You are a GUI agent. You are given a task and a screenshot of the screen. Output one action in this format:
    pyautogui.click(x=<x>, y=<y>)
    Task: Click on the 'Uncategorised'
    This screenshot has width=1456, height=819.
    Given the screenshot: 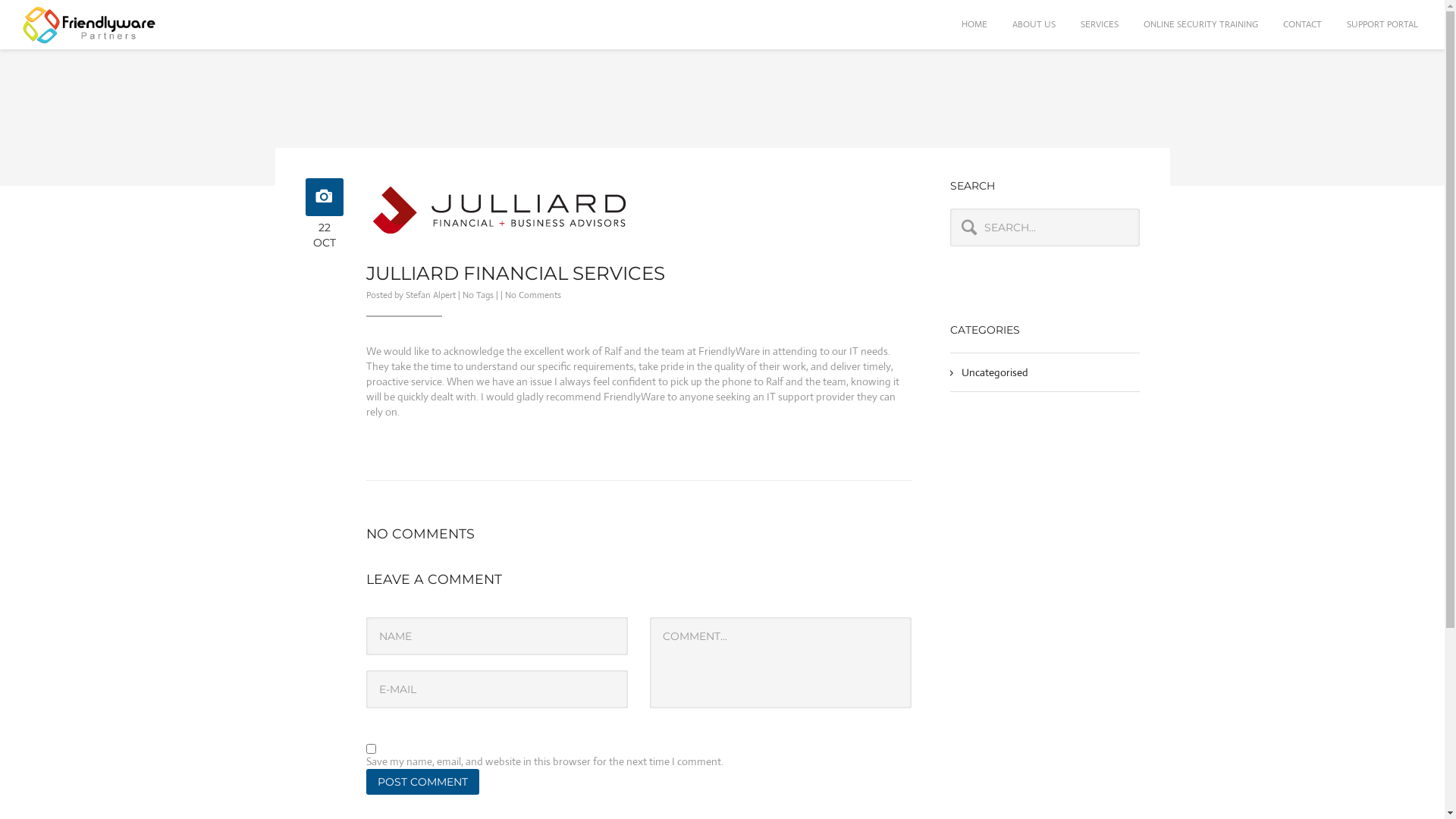 What is the action you would take?
    pyautogui.click(x=994, y=372)
    